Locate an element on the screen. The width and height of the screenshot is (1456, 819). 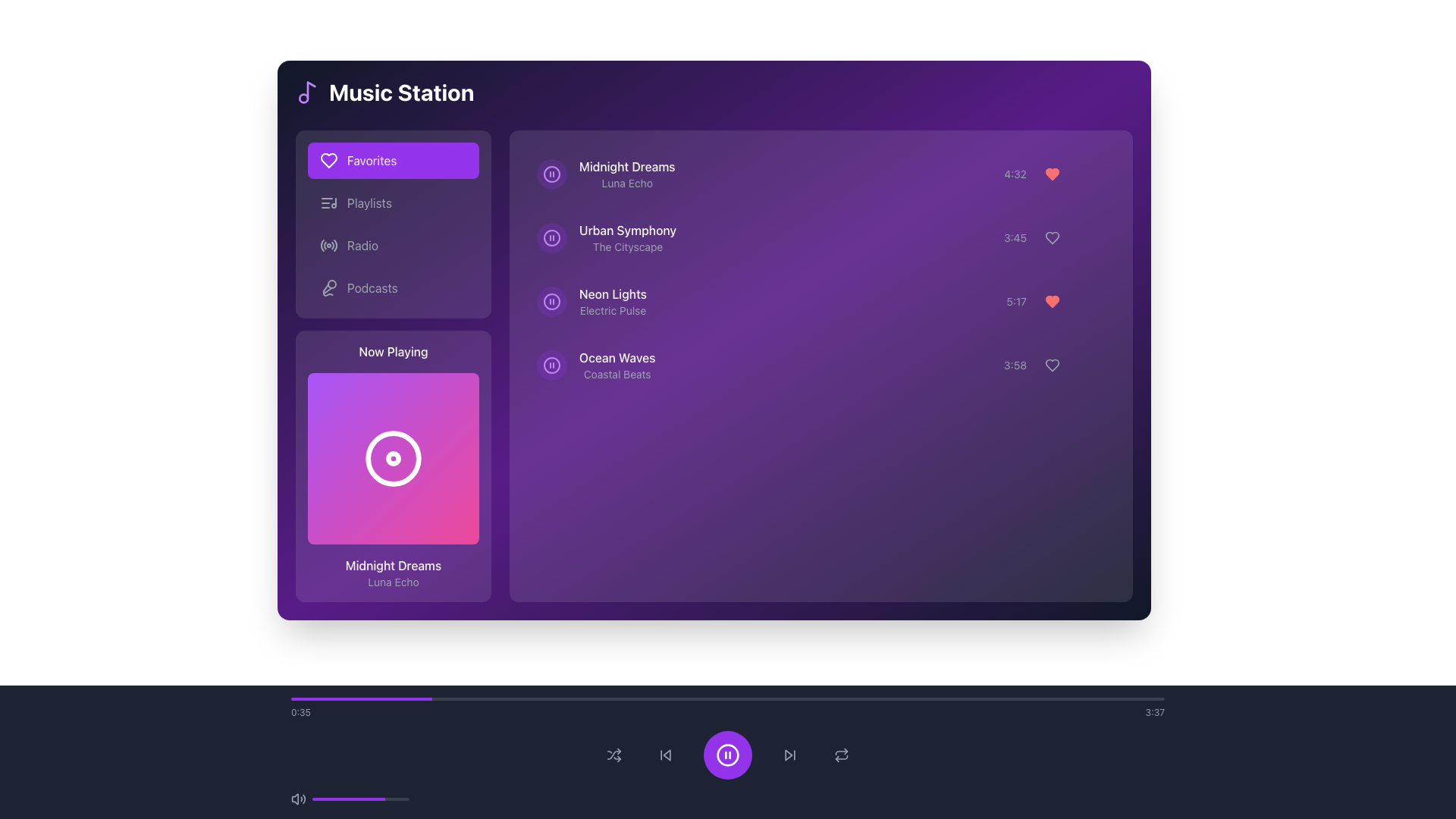
the text label titled 'Neon Lights' that contains two lines of information, with the first line styled in brighter white and the second line in smaller grey font, located in the third row of a vertical list on the right-hand content panel is located at coordinates (613, 301).